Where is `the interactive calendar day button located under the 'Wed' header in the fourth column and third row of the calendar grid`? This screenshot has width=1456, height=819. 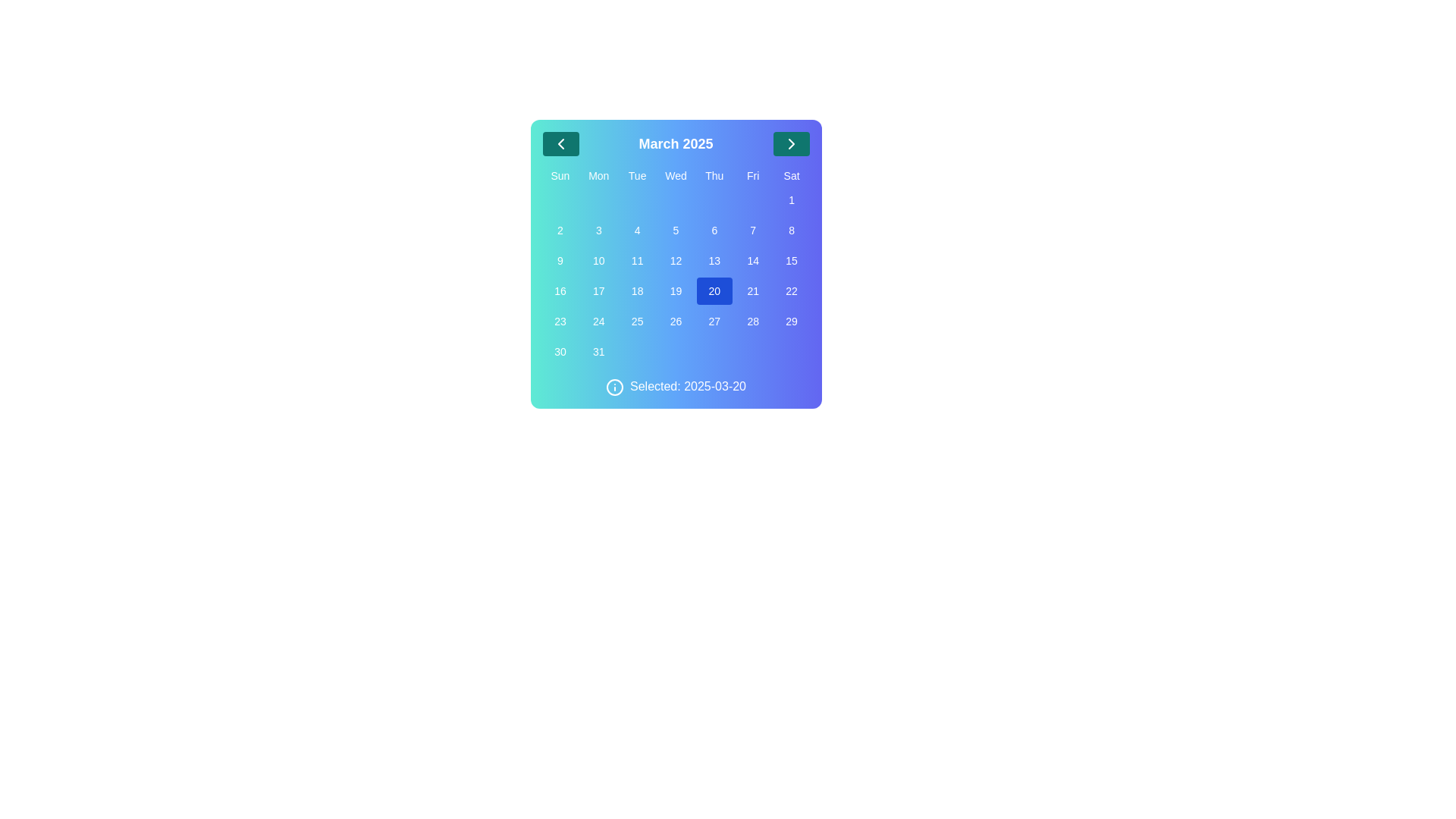
the interactive calendar day button located under the 'Wed' header in the fourth column and third row of the calendar grid is located at coordinates (675, 291).